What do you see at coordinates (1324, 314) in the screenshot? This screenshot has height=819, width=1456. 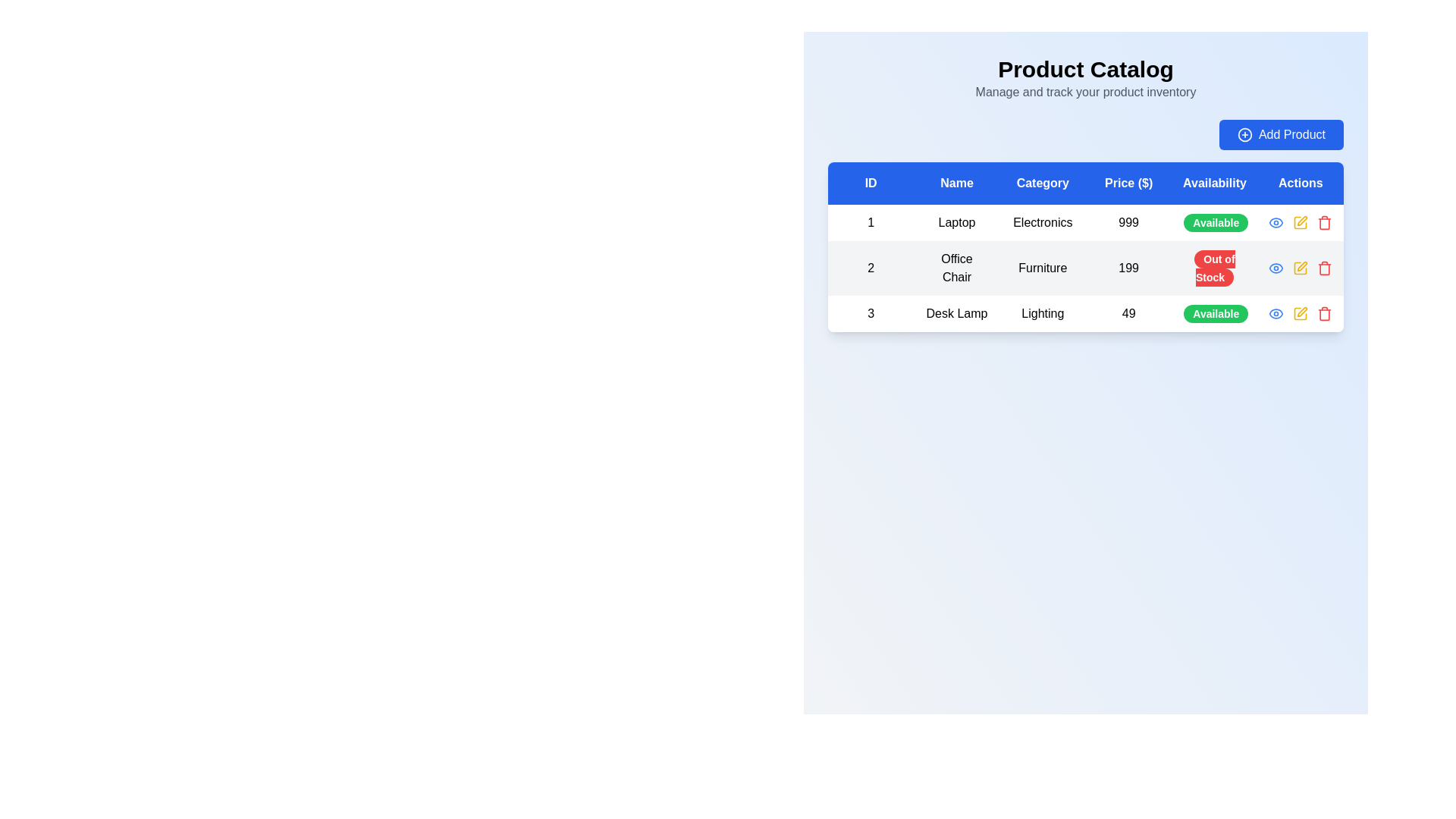 I see `the delete button icon, which is the third icon from the left in the 'Actions' column of the third row of the table` at bounding box center [1324, 314].